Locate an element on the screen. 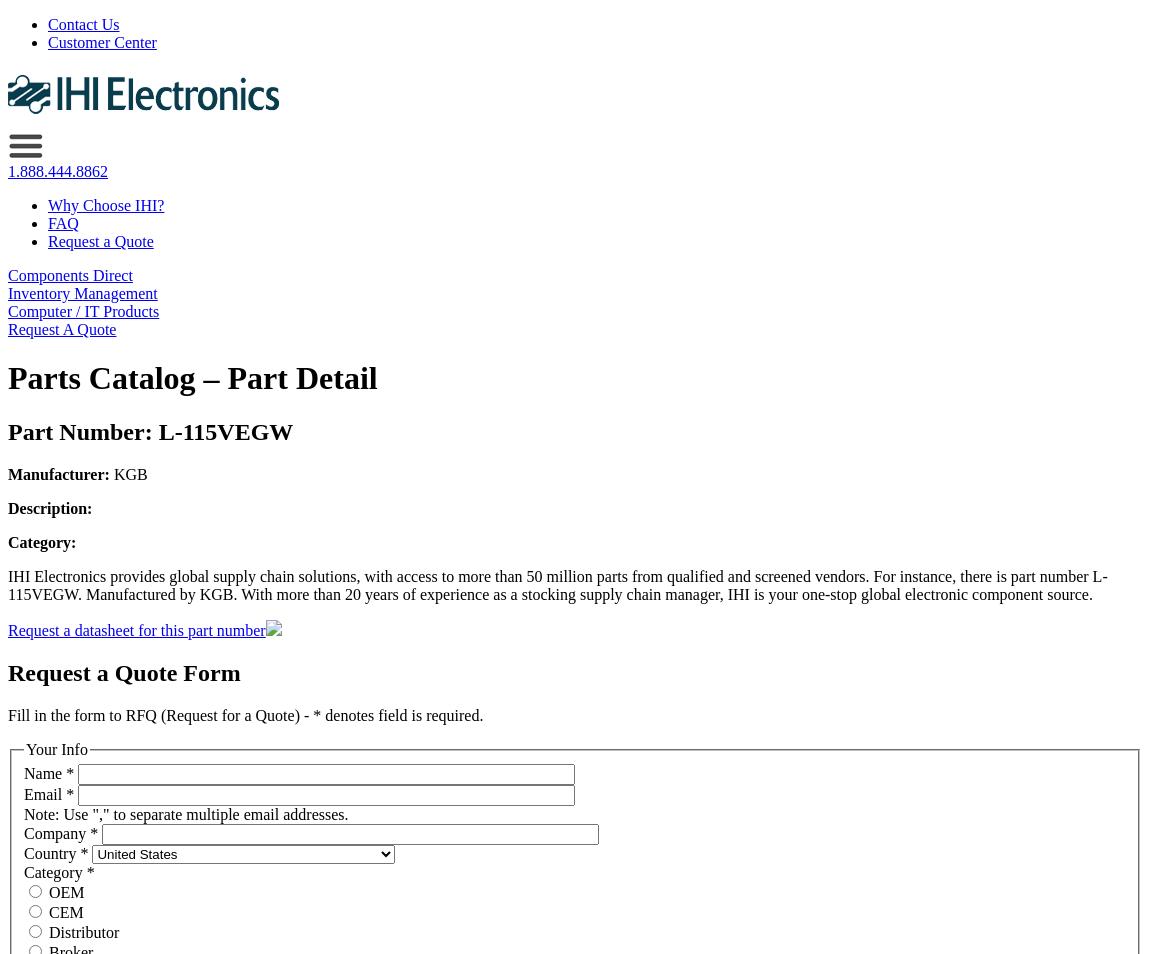 This screenshot has width=1150, height=954. 'Customer Center' is located at coordinates (101, 41).